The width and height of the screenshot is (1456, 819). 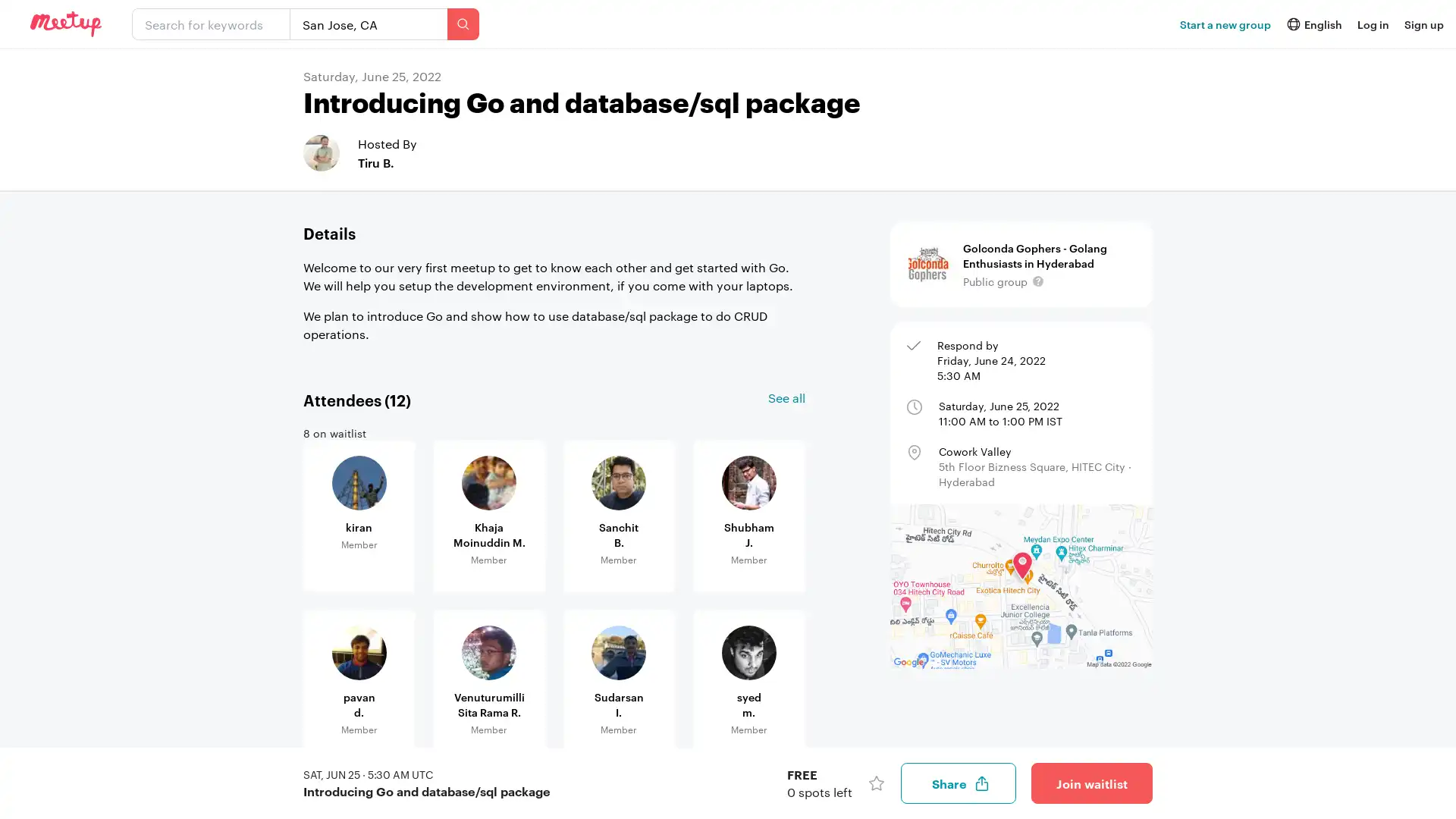 I want to click on Save event, so click(x=877, y=783).